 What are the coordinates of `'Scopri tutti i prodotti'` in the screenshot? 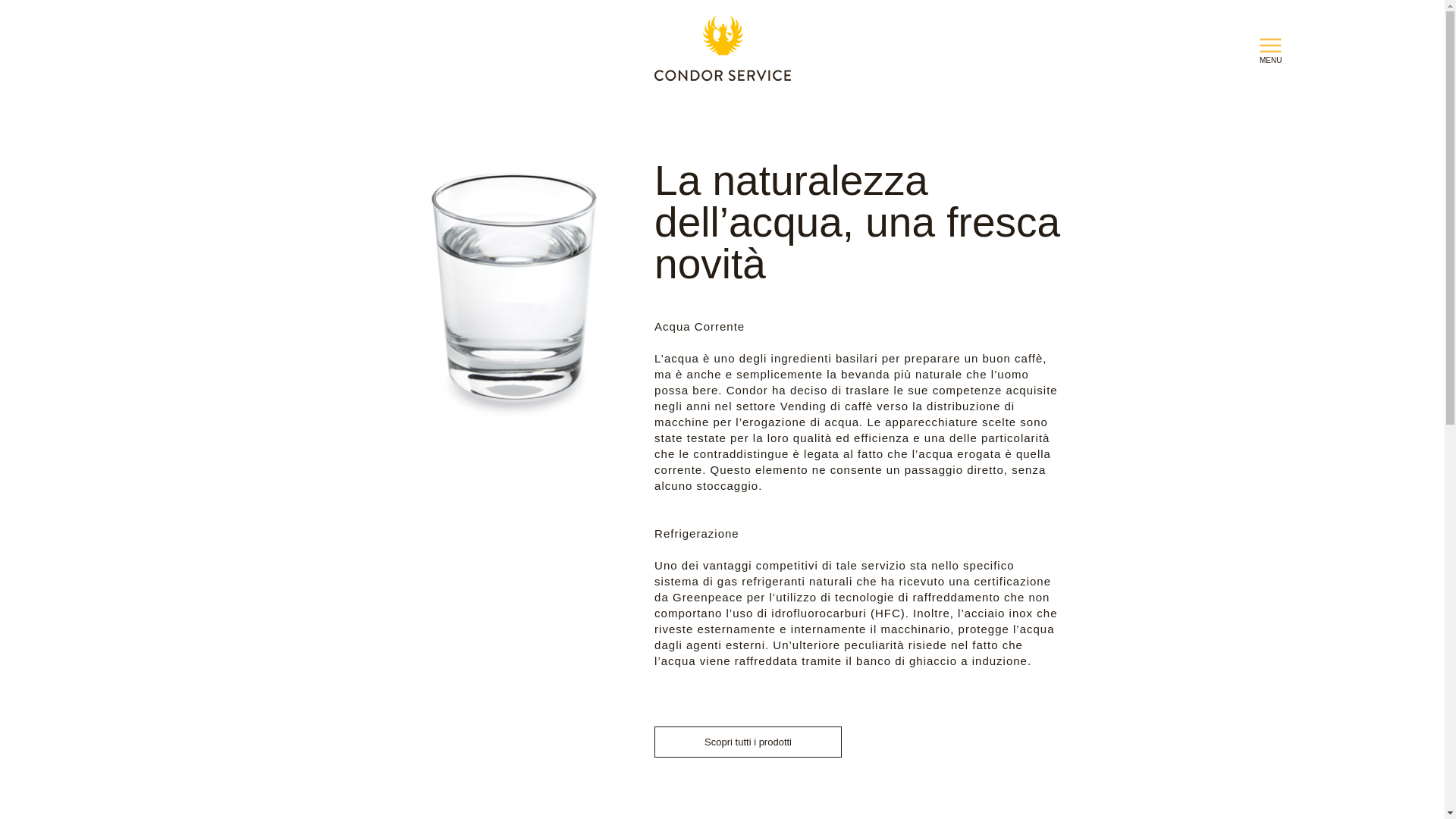 It's located at (748, 741).